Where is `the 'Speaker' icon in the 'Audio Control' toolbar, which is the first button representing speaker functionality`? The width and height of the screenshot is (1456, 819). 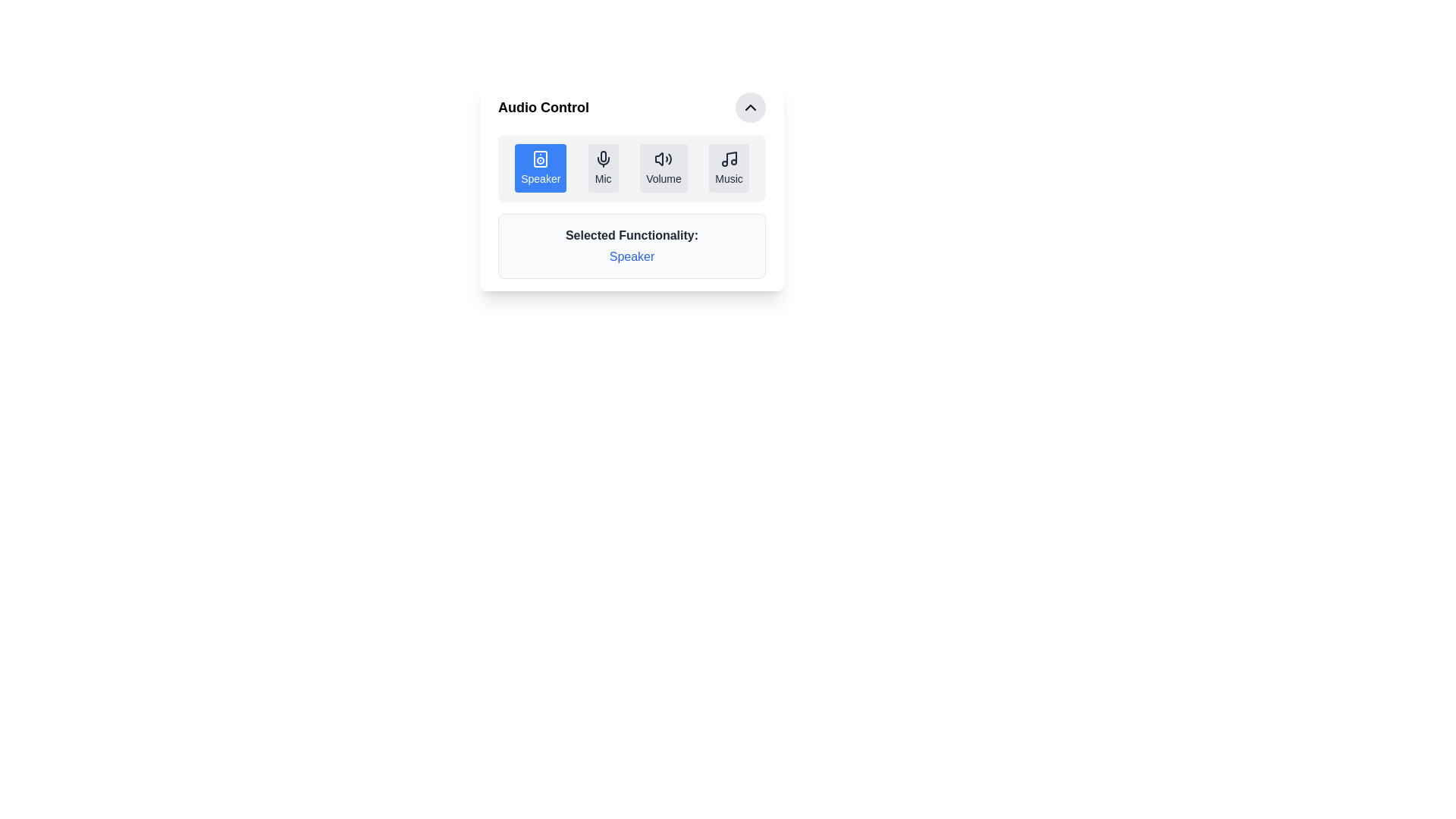
the 'Speaker' icon in the 'Audio Control' toolbar, which is the first button representing speaker functionality is located at coordinates (541, 158).